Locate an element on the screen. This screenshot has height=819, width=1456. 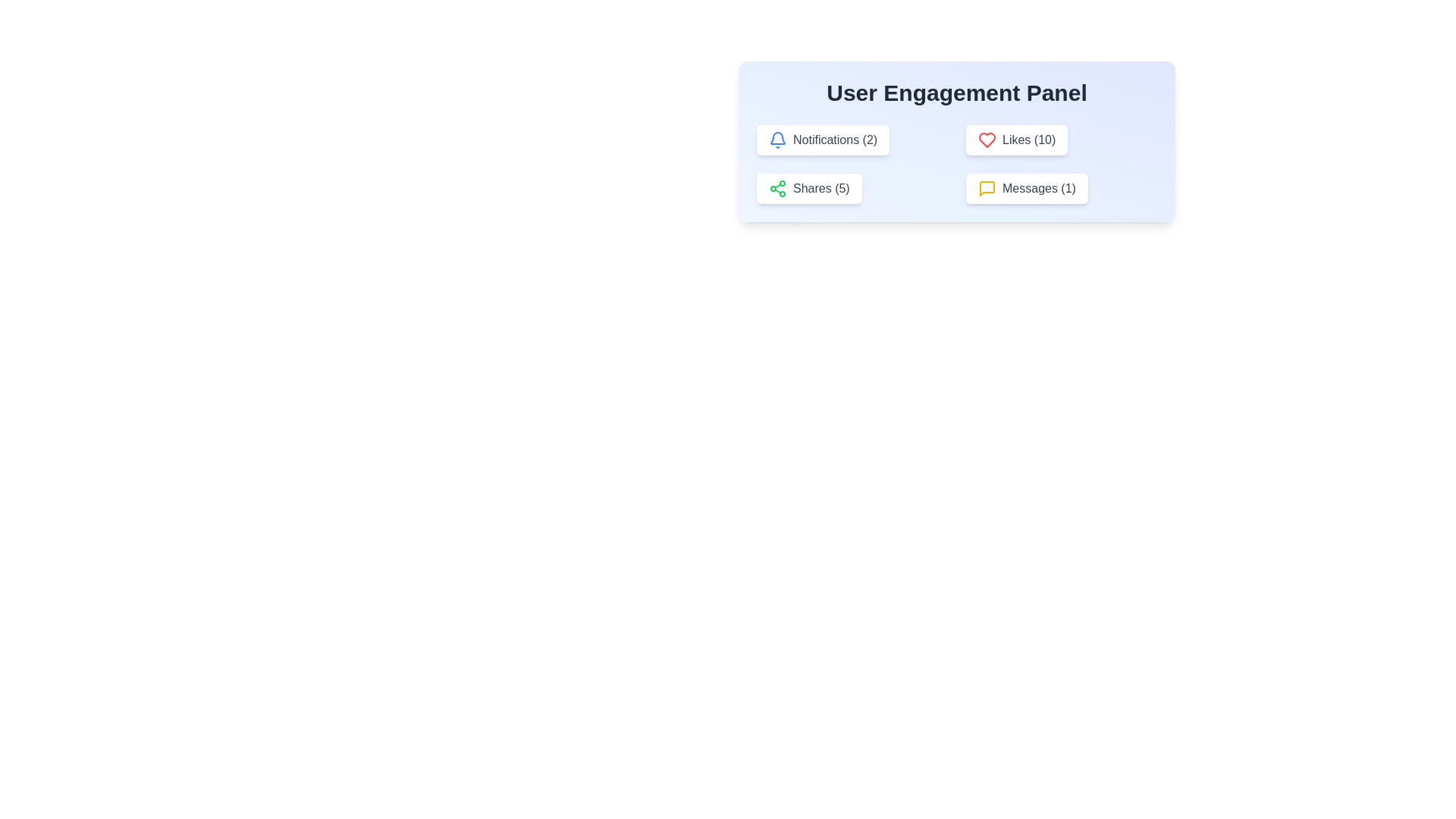
the 'Messages (1)' text label, which is styled with a dark gray font and located next to a yellow speech bubble icon in the bottom-right cell of the User Engagement Panel is located at coordinates (1038, 188).